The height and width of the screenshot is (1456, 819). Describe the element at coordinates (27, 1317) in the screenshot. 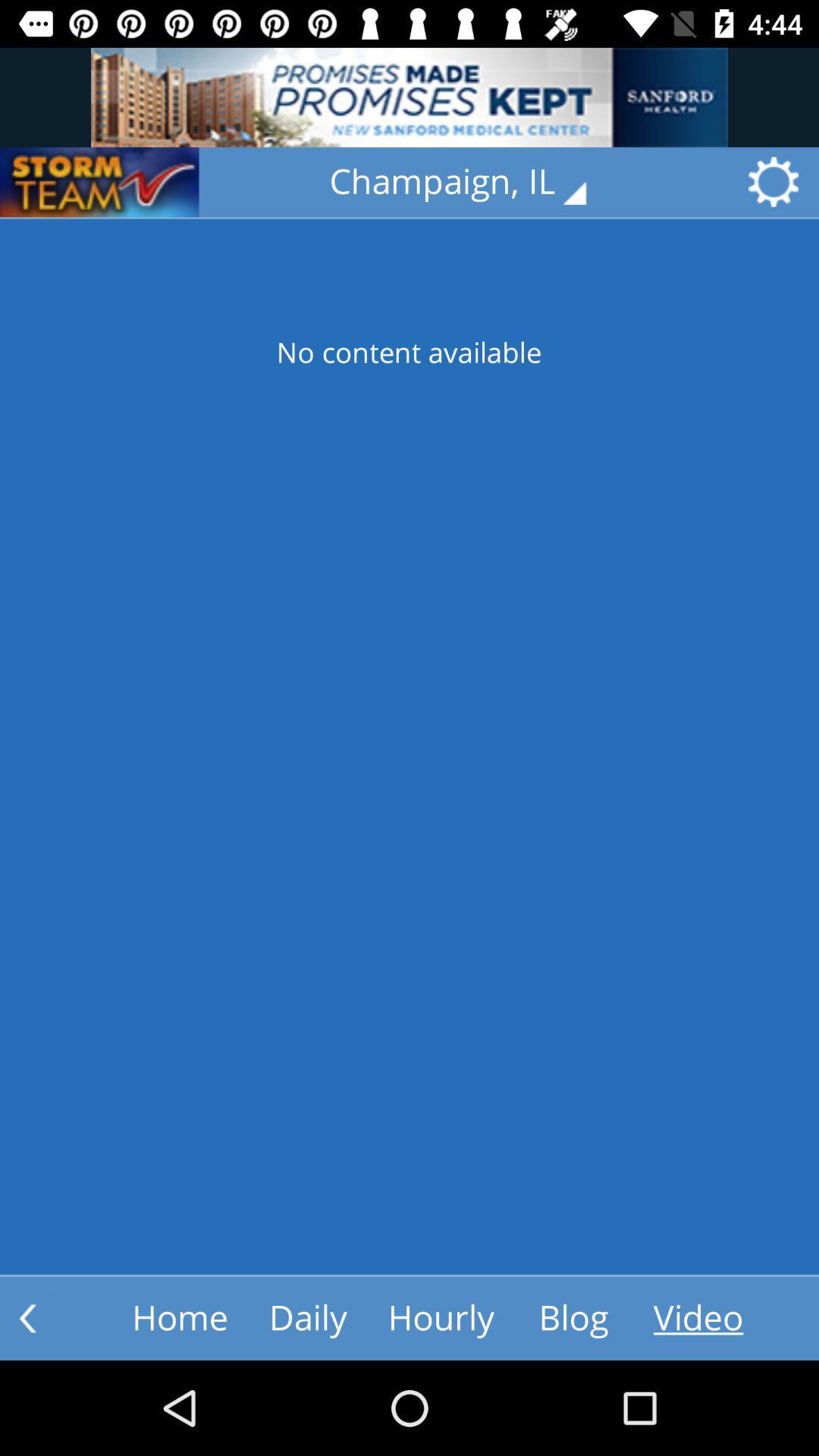

I see `the arrow_backward icon` at that location.